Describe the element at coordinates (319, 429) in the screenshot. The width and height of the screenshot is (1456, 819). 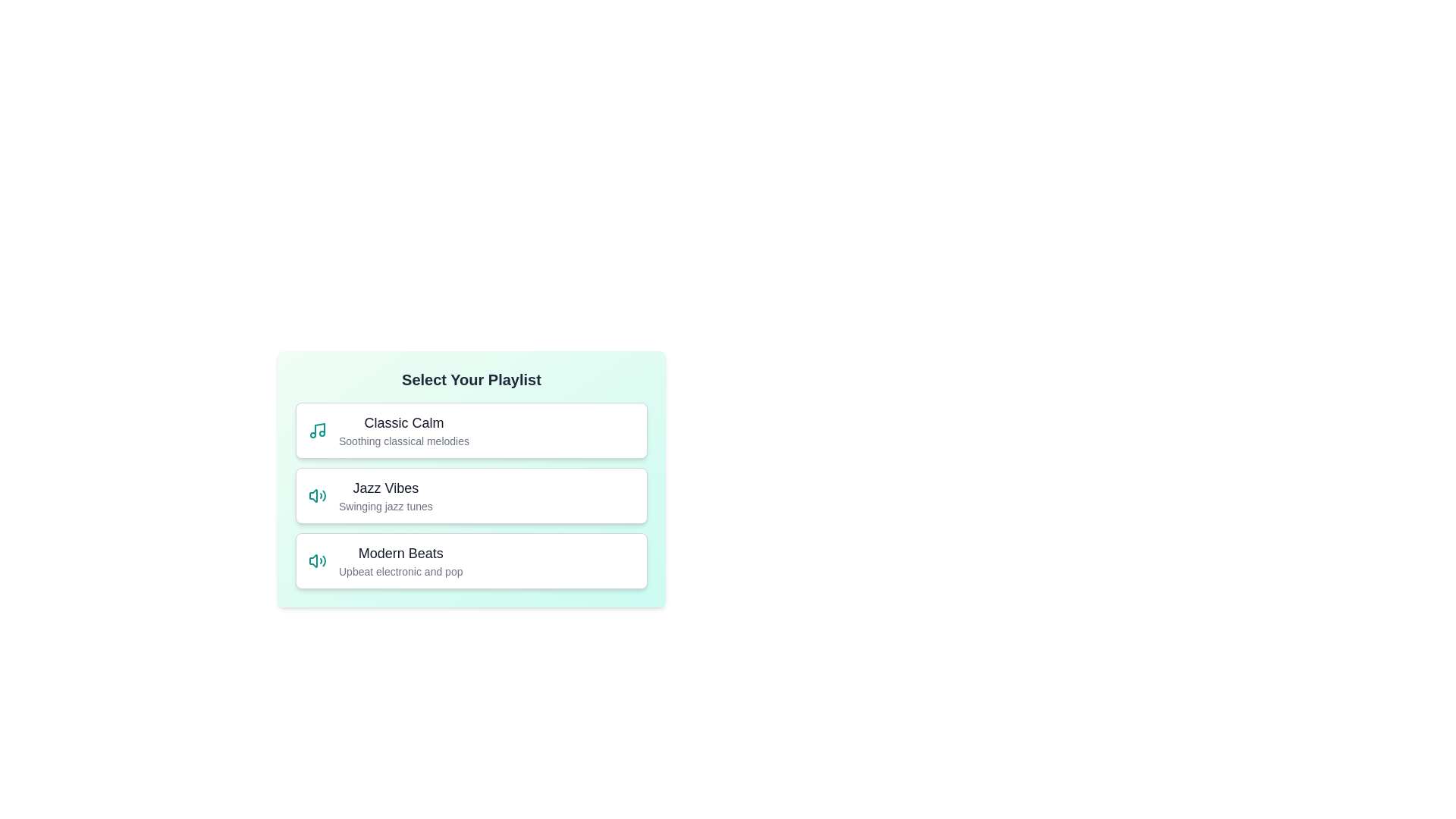
I see `the decorative SVG graphic indicating music or sound within the first music item card labeled 'Classic Calm', located at the top-left of the text inside the card` at that location.